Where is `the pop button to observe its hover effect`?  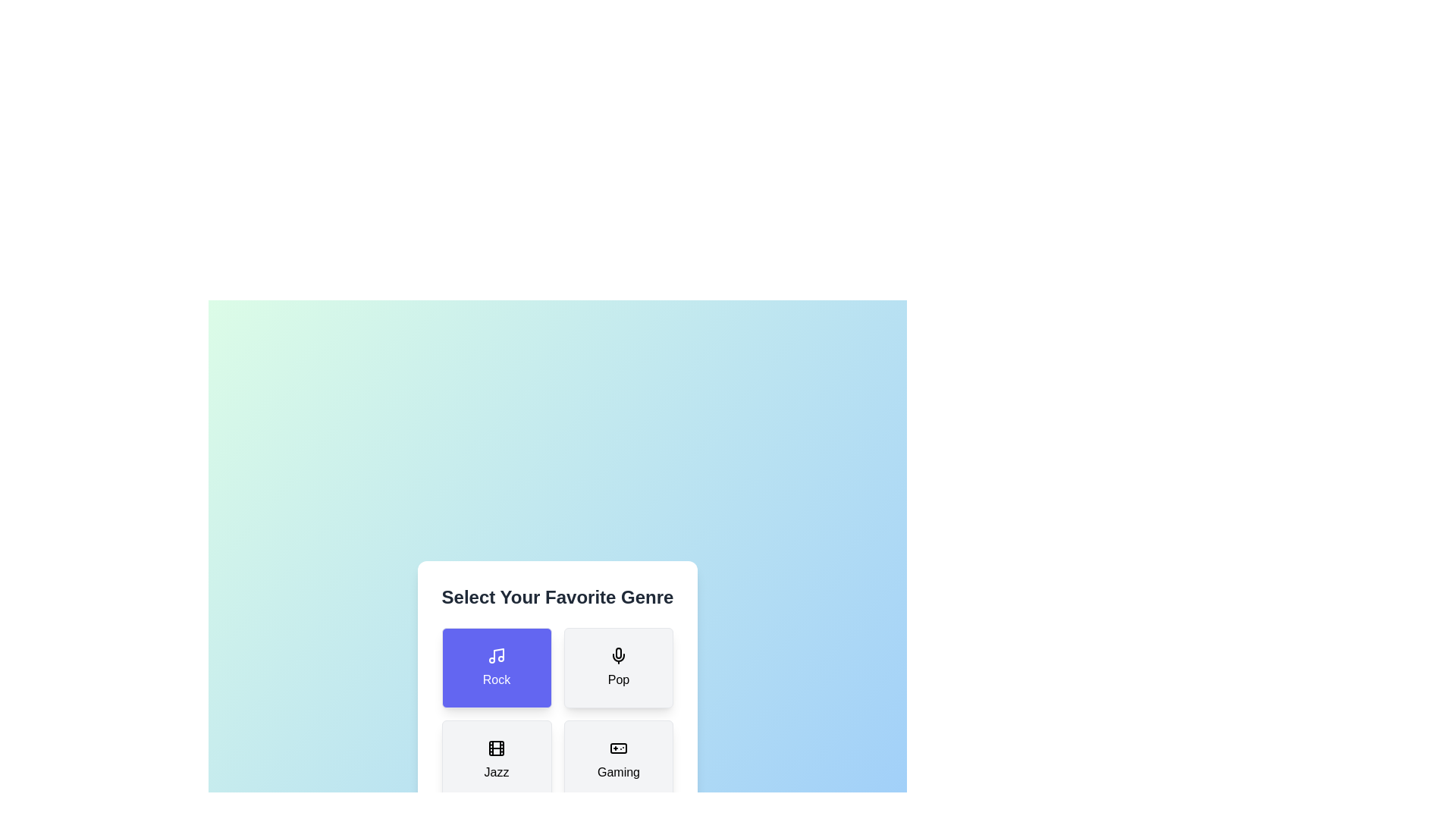
the pop button to observe its hover effect is located at coordinates (618, 667).